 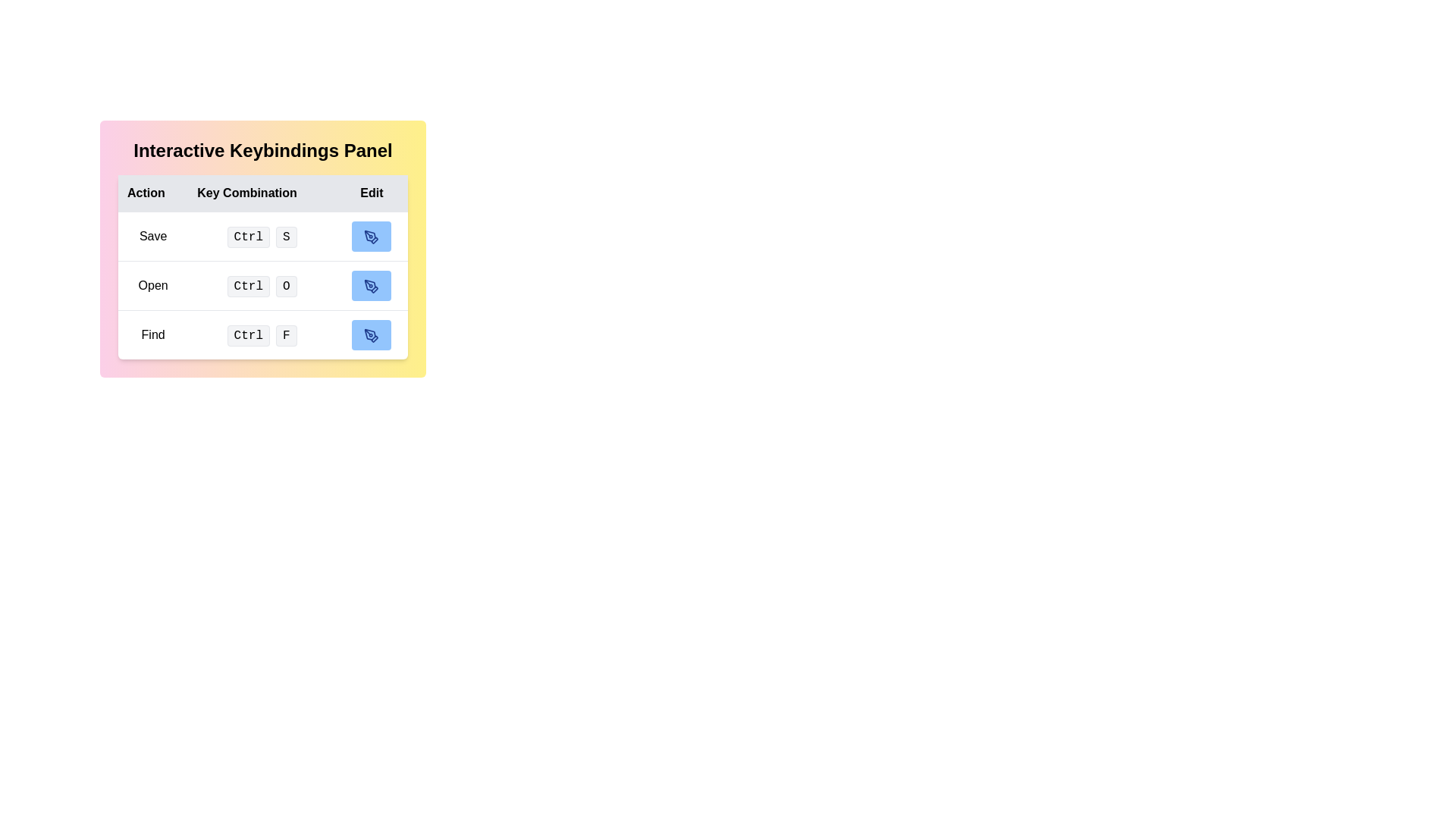 I want to click on the text label reading 'Open' in the keybindings panel, which is aligned with 'Ctrl O' and positioned between 'Save' and 'Find', so click(x=153, y=286).